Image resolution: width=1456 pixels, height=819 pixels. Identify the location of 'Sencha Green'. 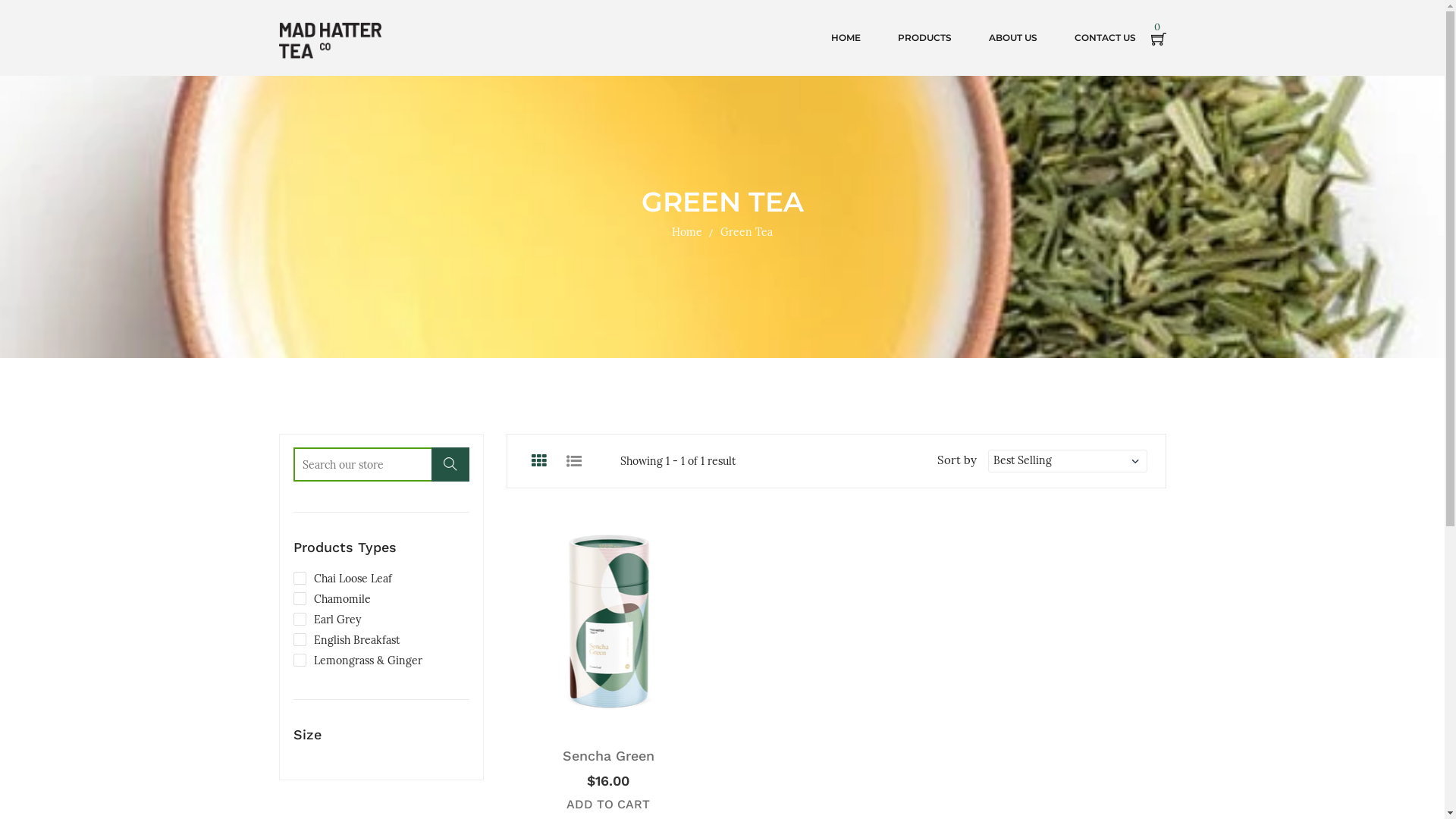
(562, 755).